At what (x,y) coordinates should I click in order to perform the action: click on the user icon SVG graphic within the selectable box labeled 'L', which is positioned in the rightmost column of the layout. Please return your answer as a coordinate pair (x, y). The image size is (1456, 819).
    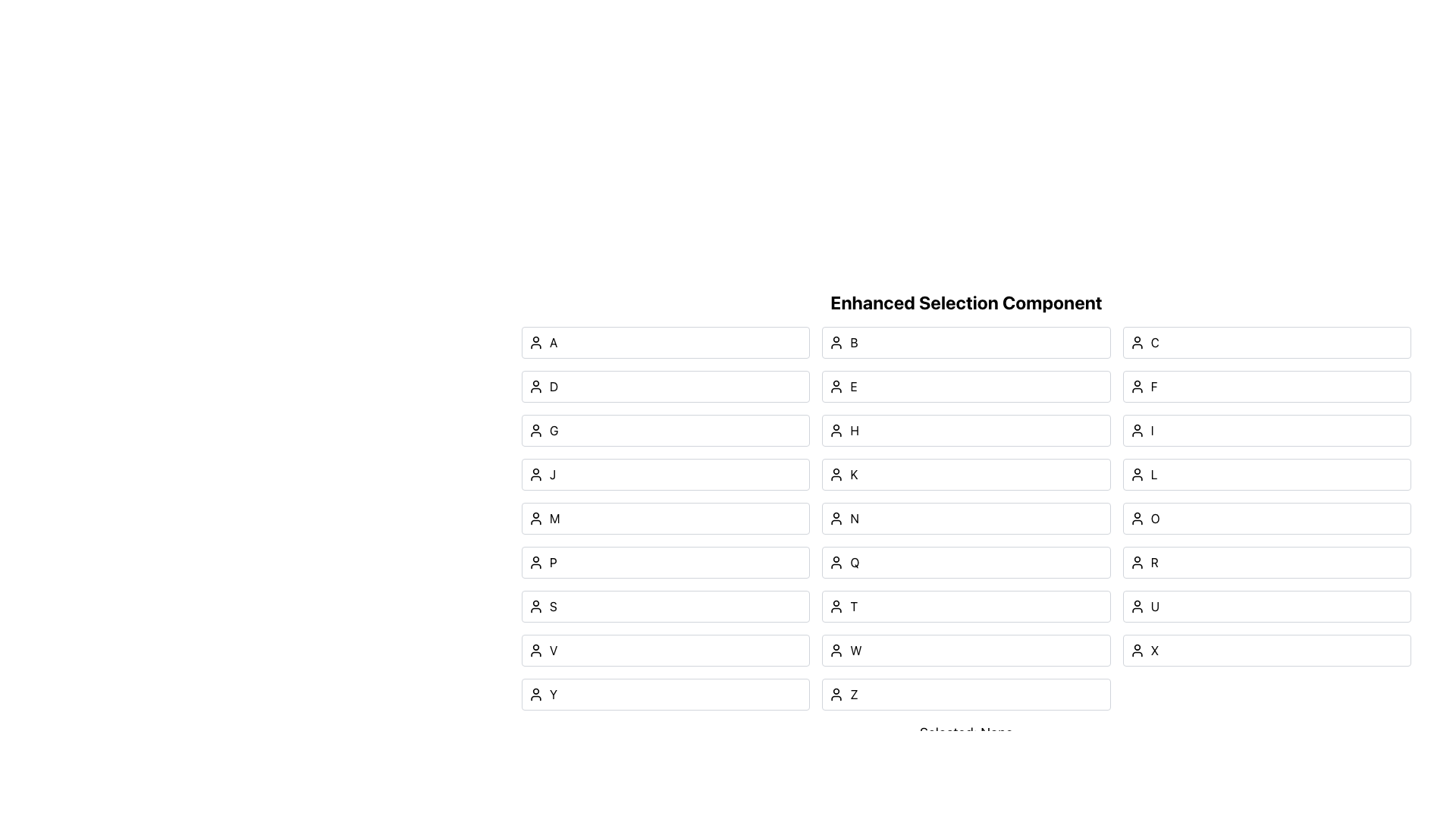
    Looking at the image, I should click on (1137, 473).